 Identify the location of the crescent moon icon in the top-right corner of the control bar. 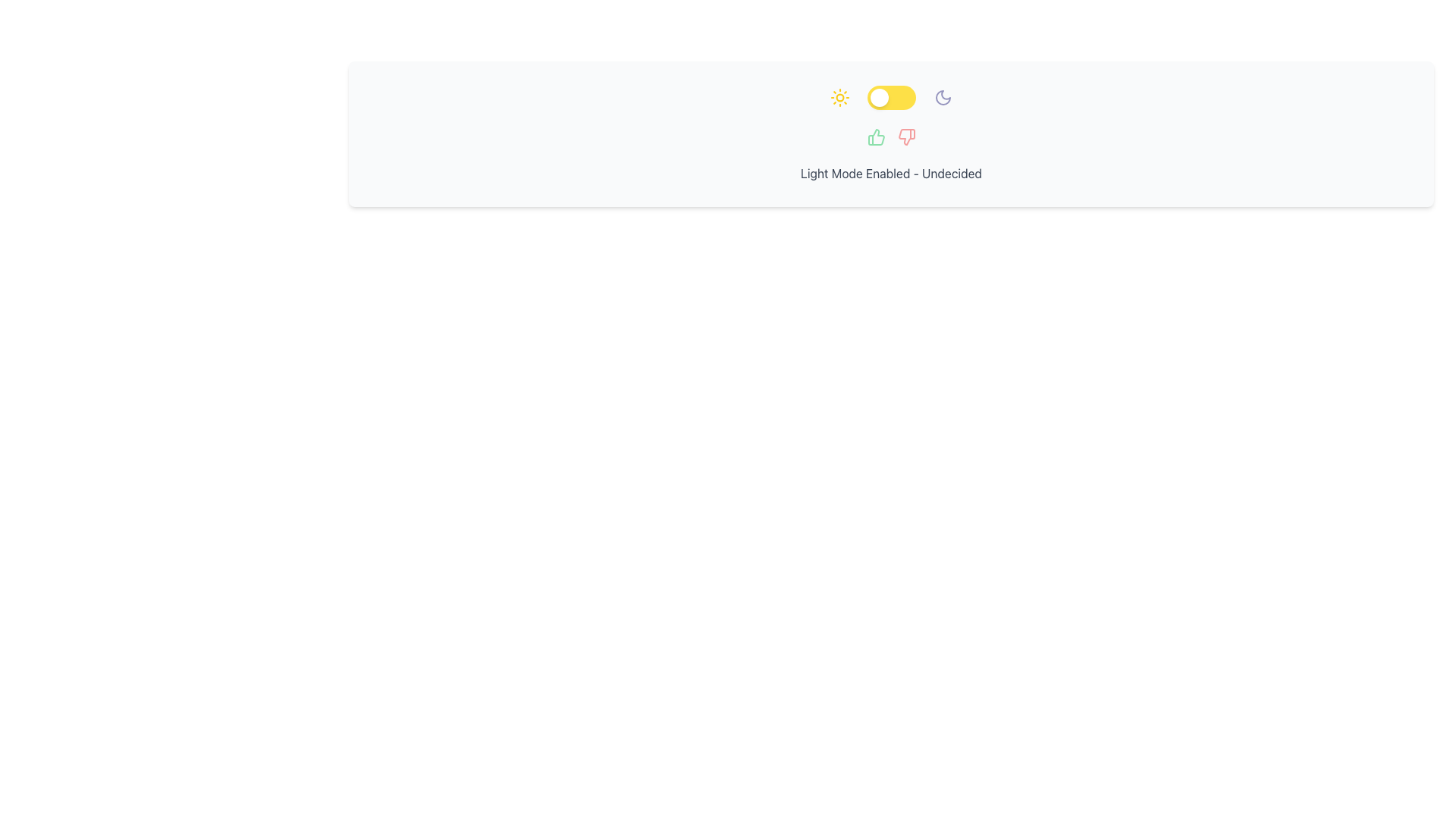
(942, 97).